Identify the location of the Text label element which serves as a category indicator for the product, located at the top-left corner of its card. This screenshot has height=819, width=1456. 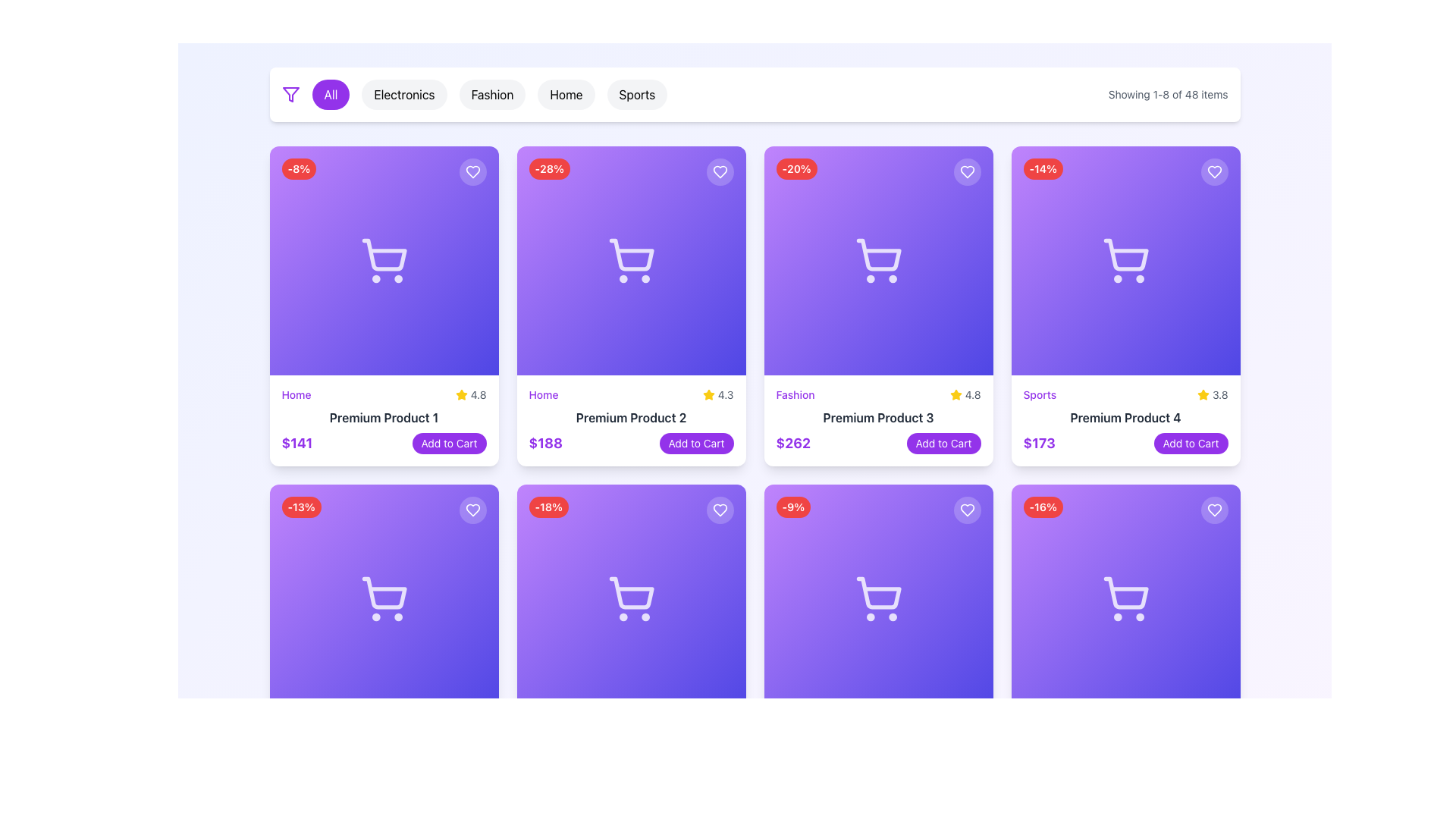
(543, 394).